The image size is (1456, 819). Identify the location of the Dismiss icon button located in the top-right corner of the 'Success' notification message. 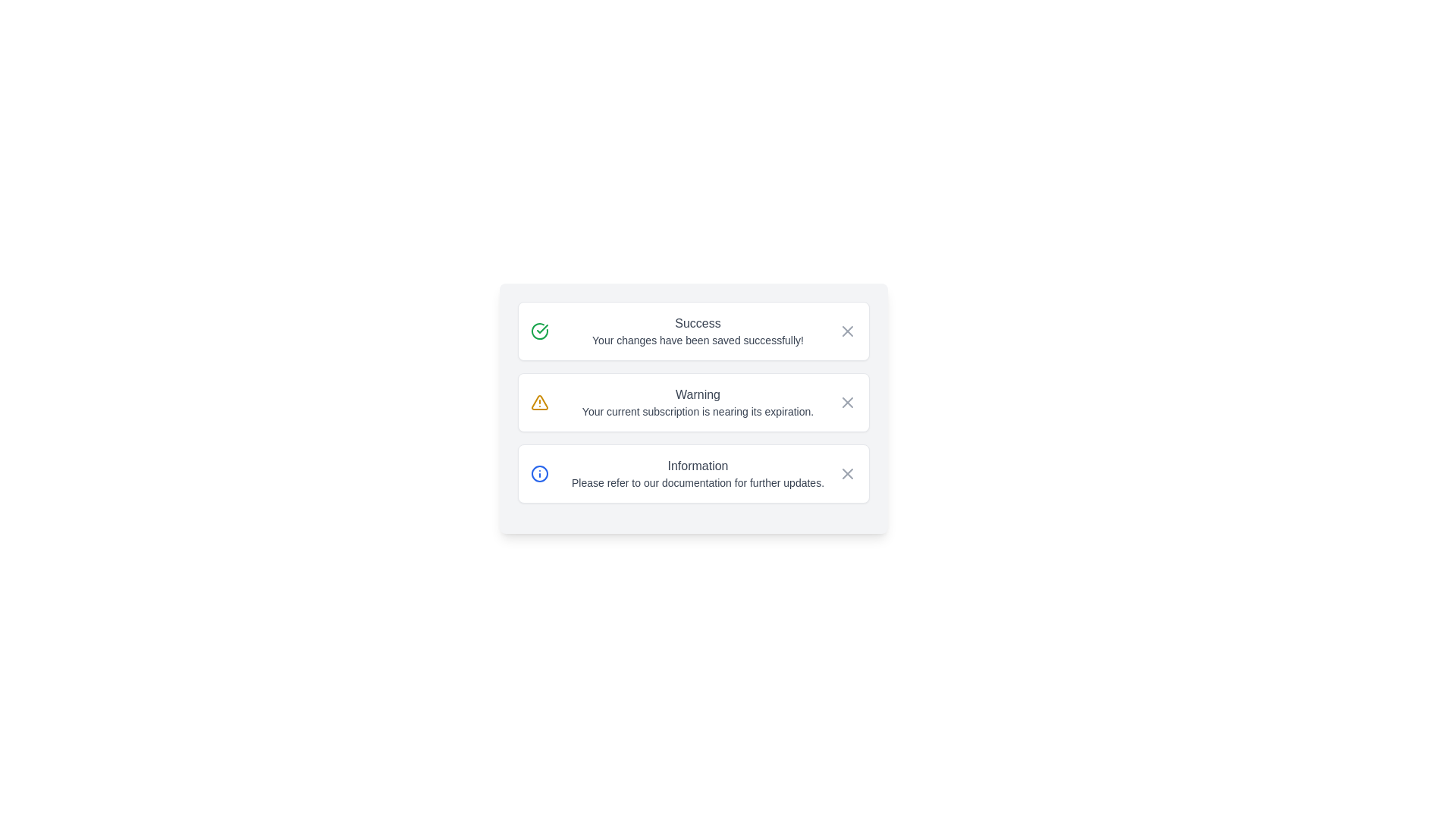
(846, 330).